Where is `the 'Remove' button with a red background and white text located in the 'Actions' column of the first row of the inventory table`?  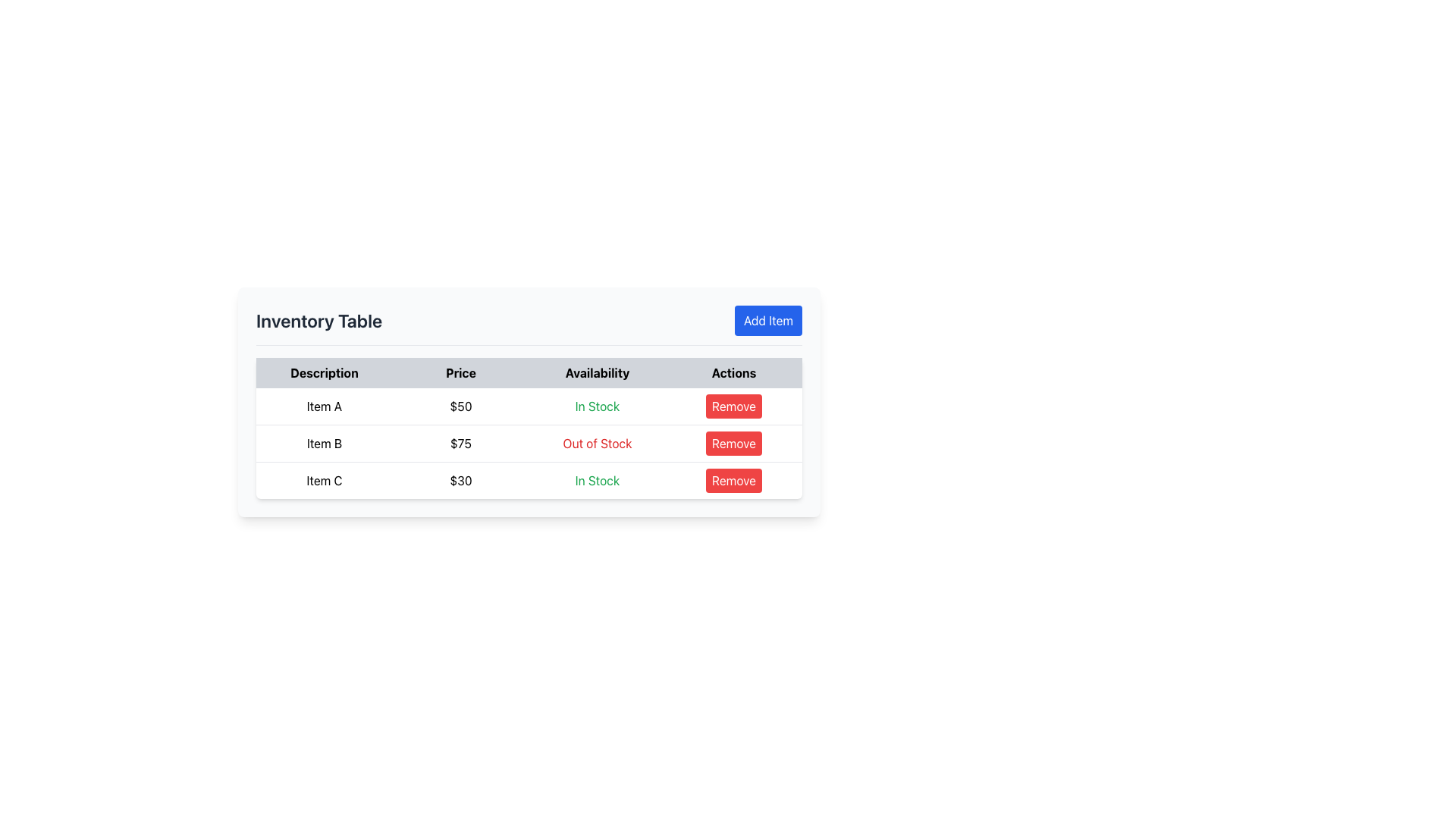
the 'Remove' button with a red background and white text located in the 'Actions' column of the first row of the inventory table is located at coordinates (734, 406).